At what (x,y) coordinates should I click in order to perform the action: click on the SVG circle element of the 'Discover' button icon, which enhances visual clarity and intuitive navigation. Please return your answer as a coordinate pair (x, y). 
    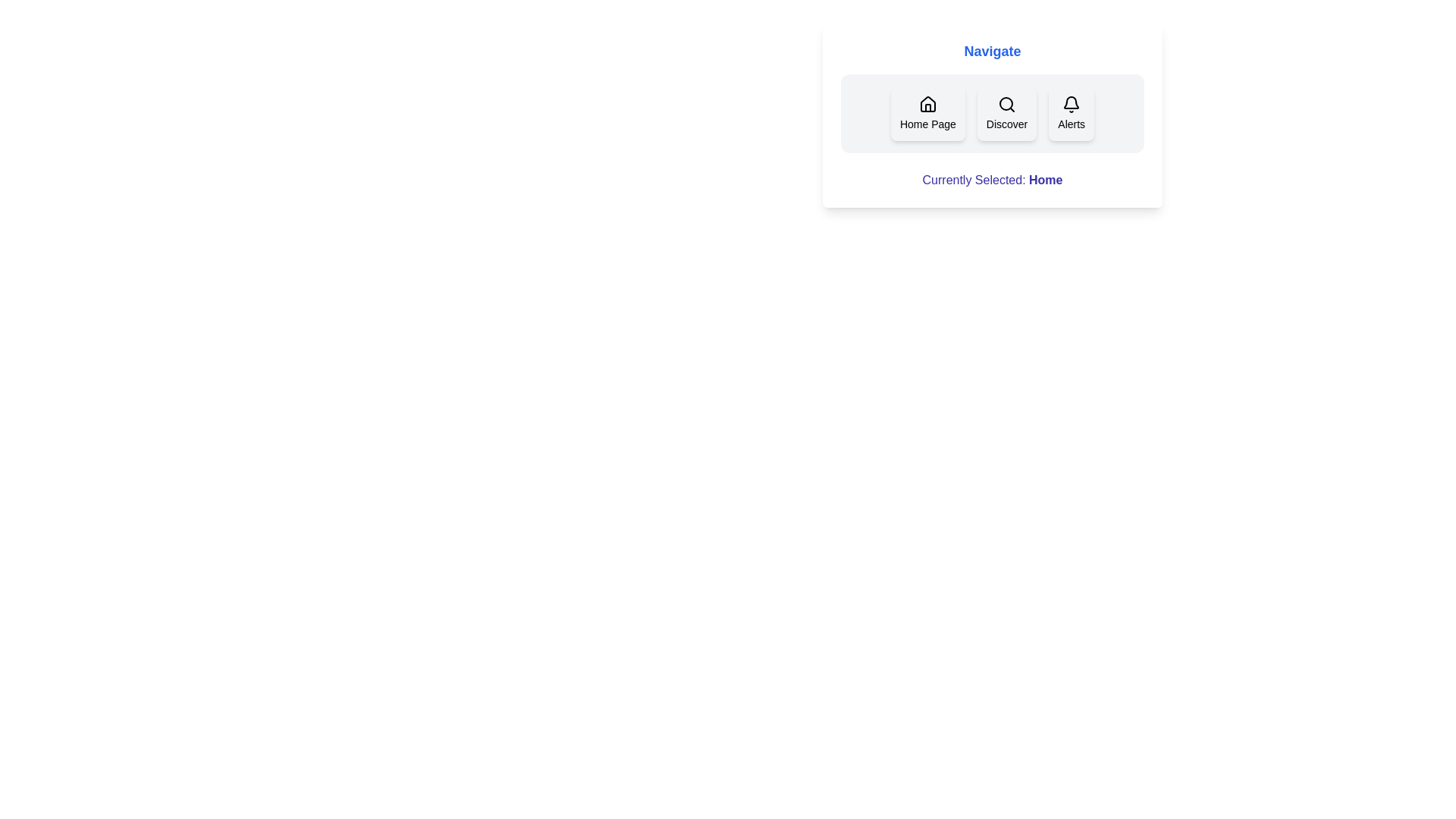
    Looking at the image, I should click on (1006, 103).